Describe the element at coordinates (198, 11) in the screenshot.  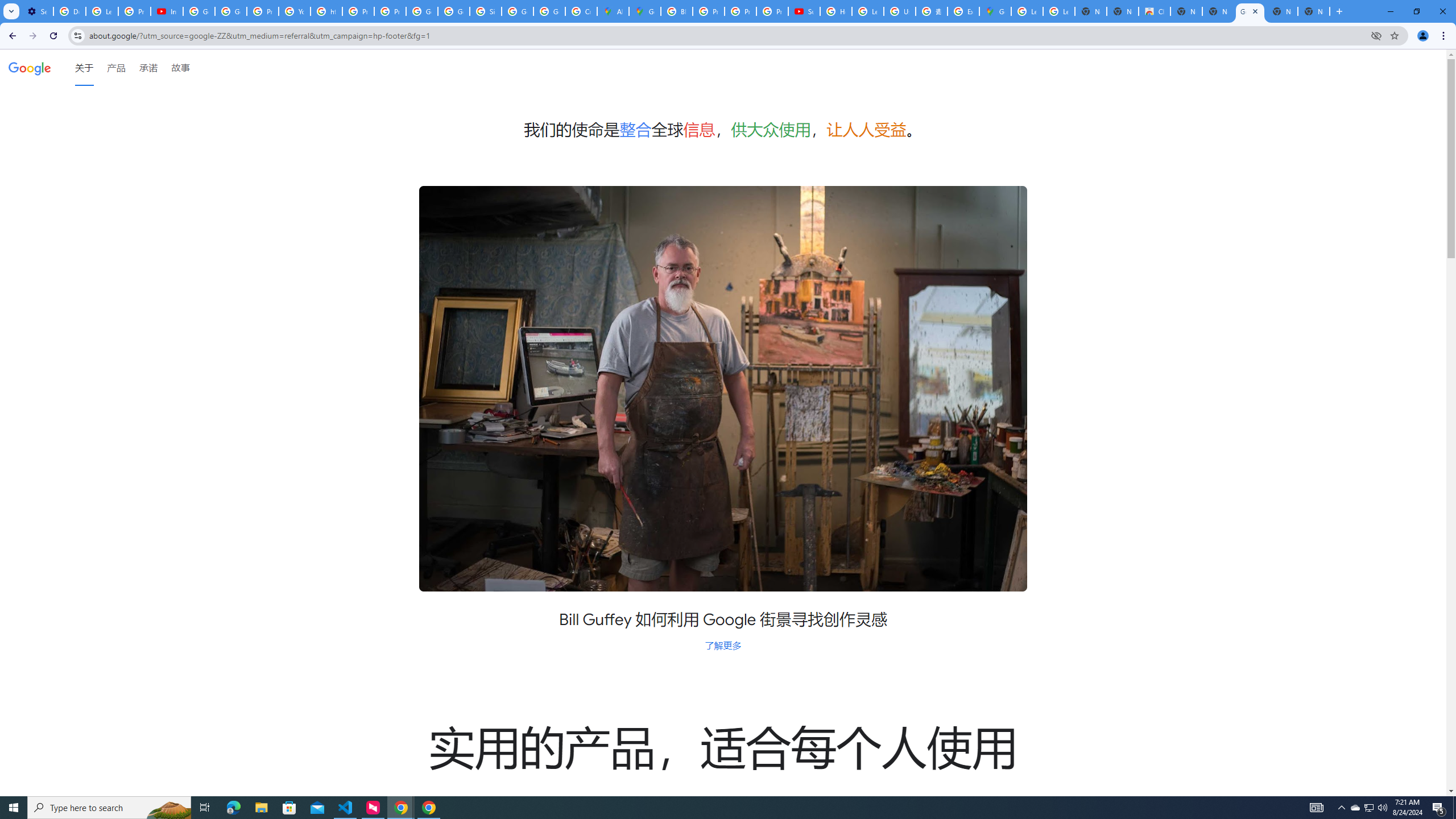
I see `'Google Account Help'` at that location.